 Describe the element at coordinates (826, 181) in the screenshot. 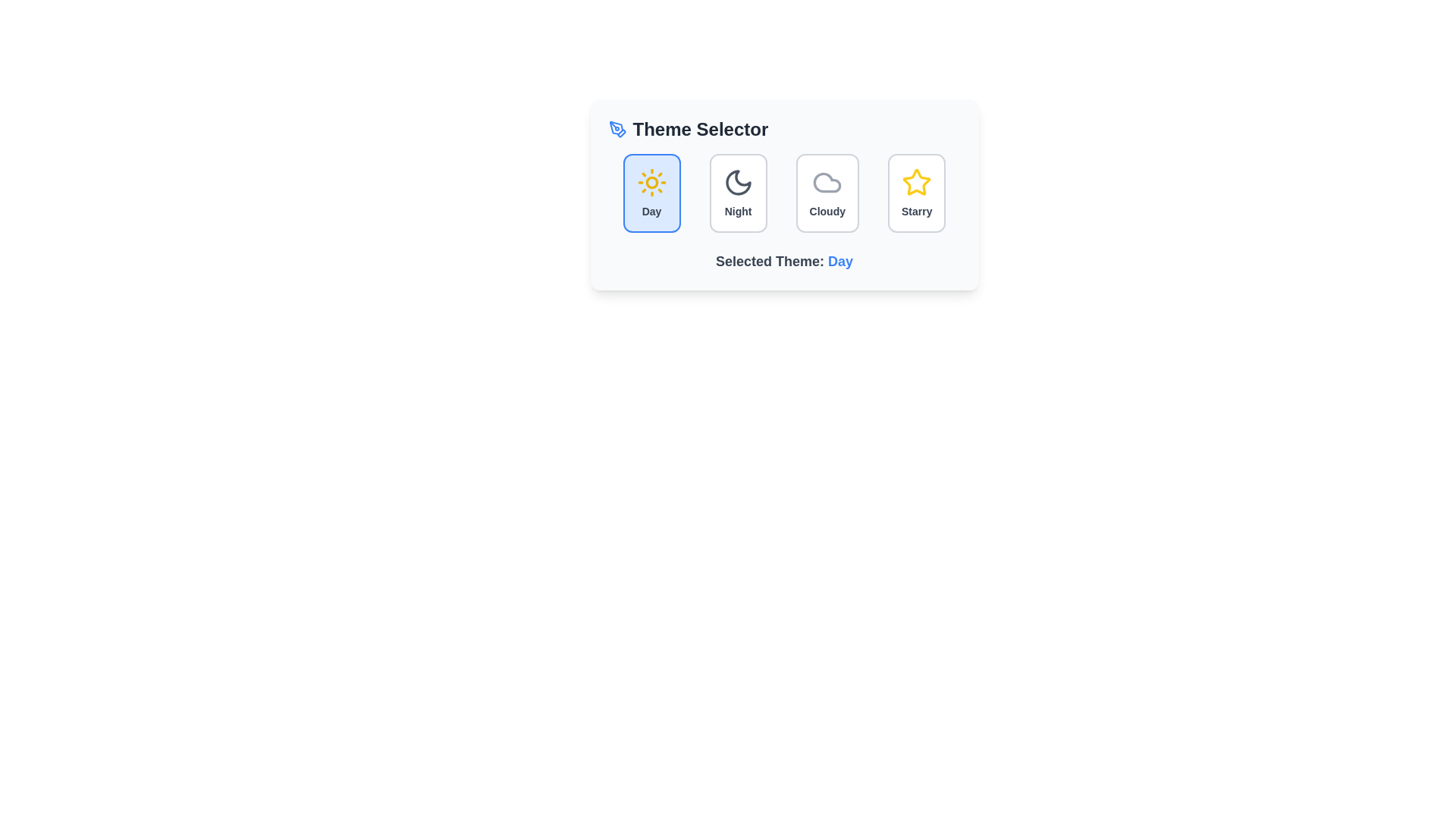

I see `the cloud-shaped icon within the 'Cloudy' button` at that location.